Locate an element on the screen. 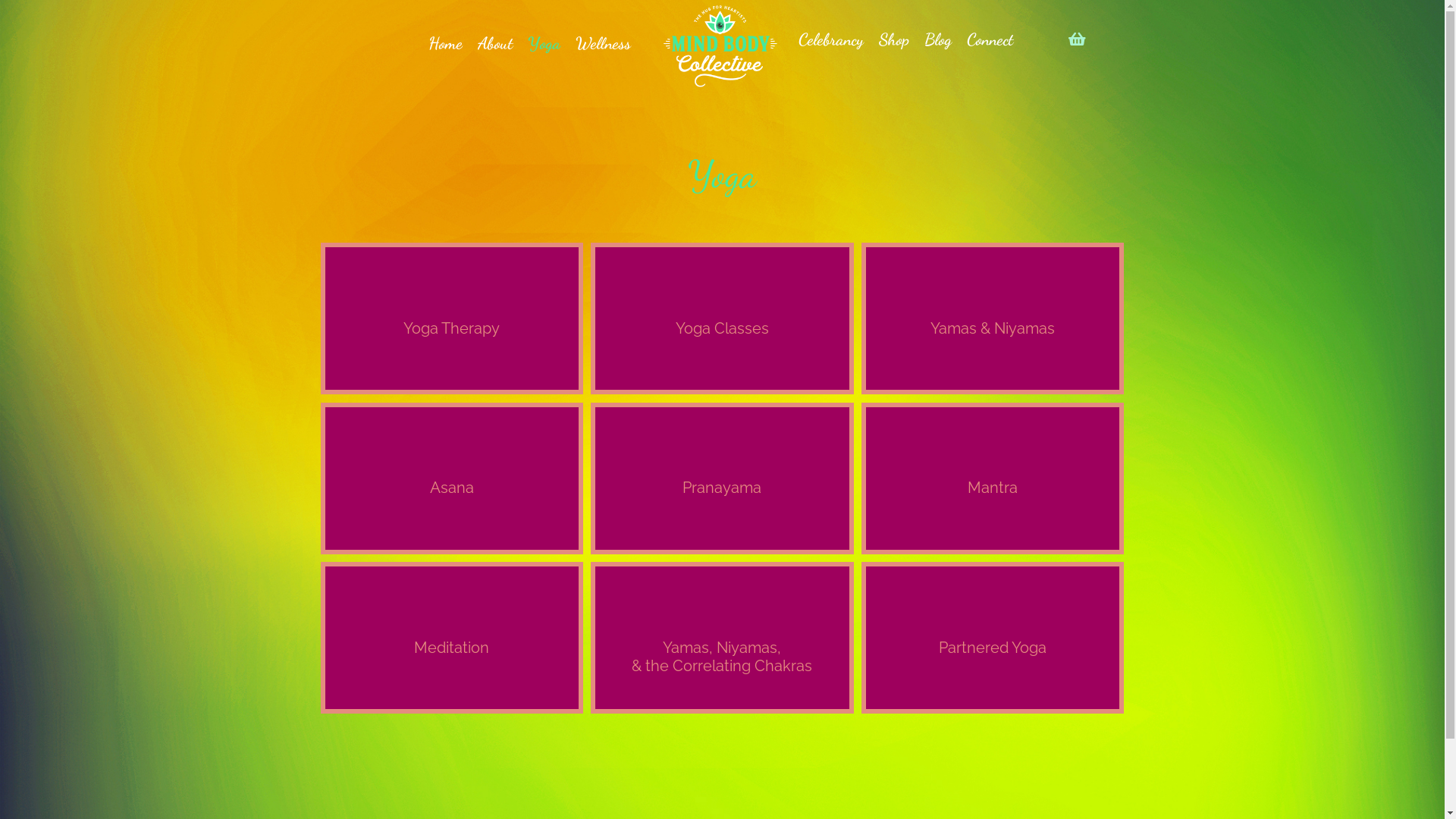 The image size is (1456, 819). 'Mantra' is located at coordinates (993, 479).